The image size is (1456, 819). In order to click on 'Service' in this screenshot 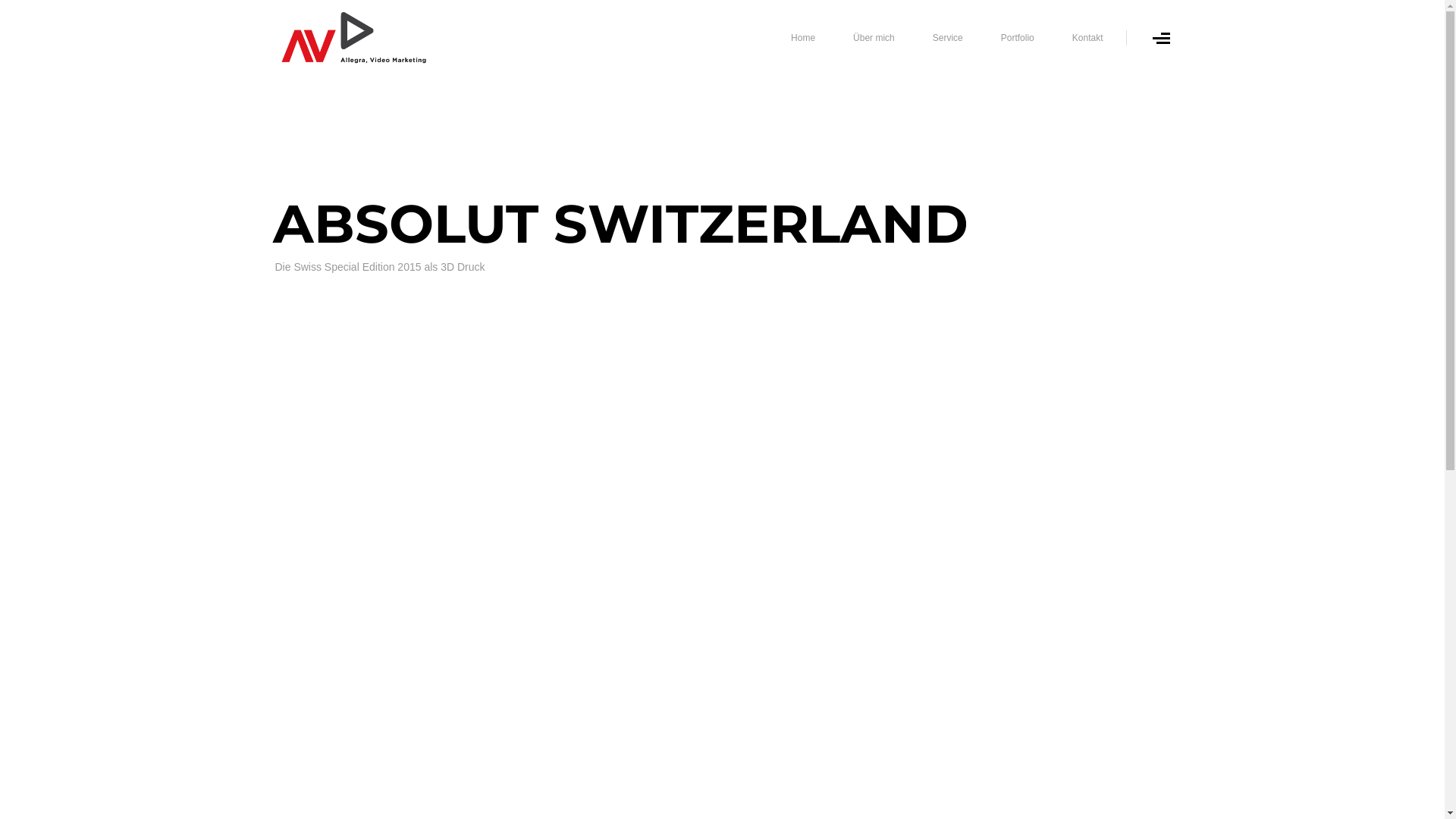, I will do `click(946, 37)`.